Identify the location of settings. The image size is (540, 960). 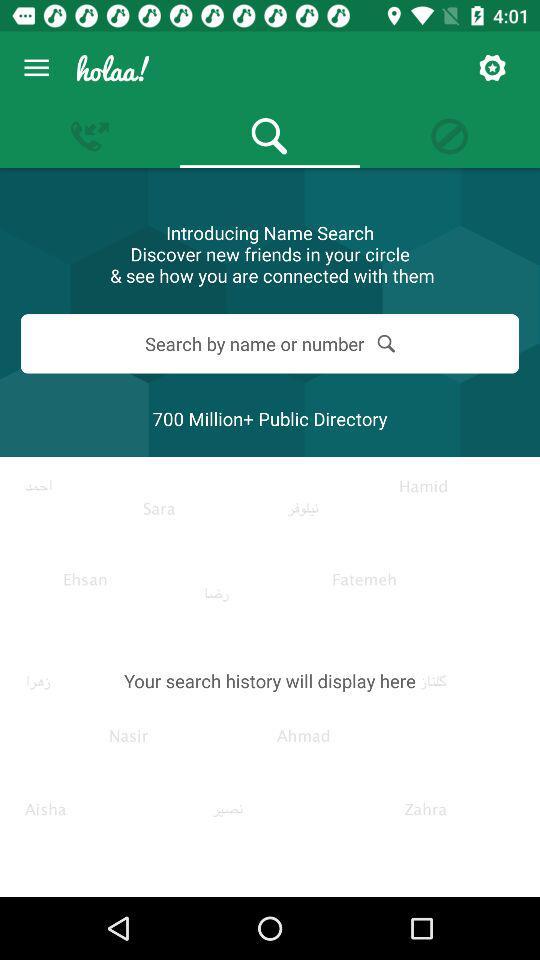
(491, 68).